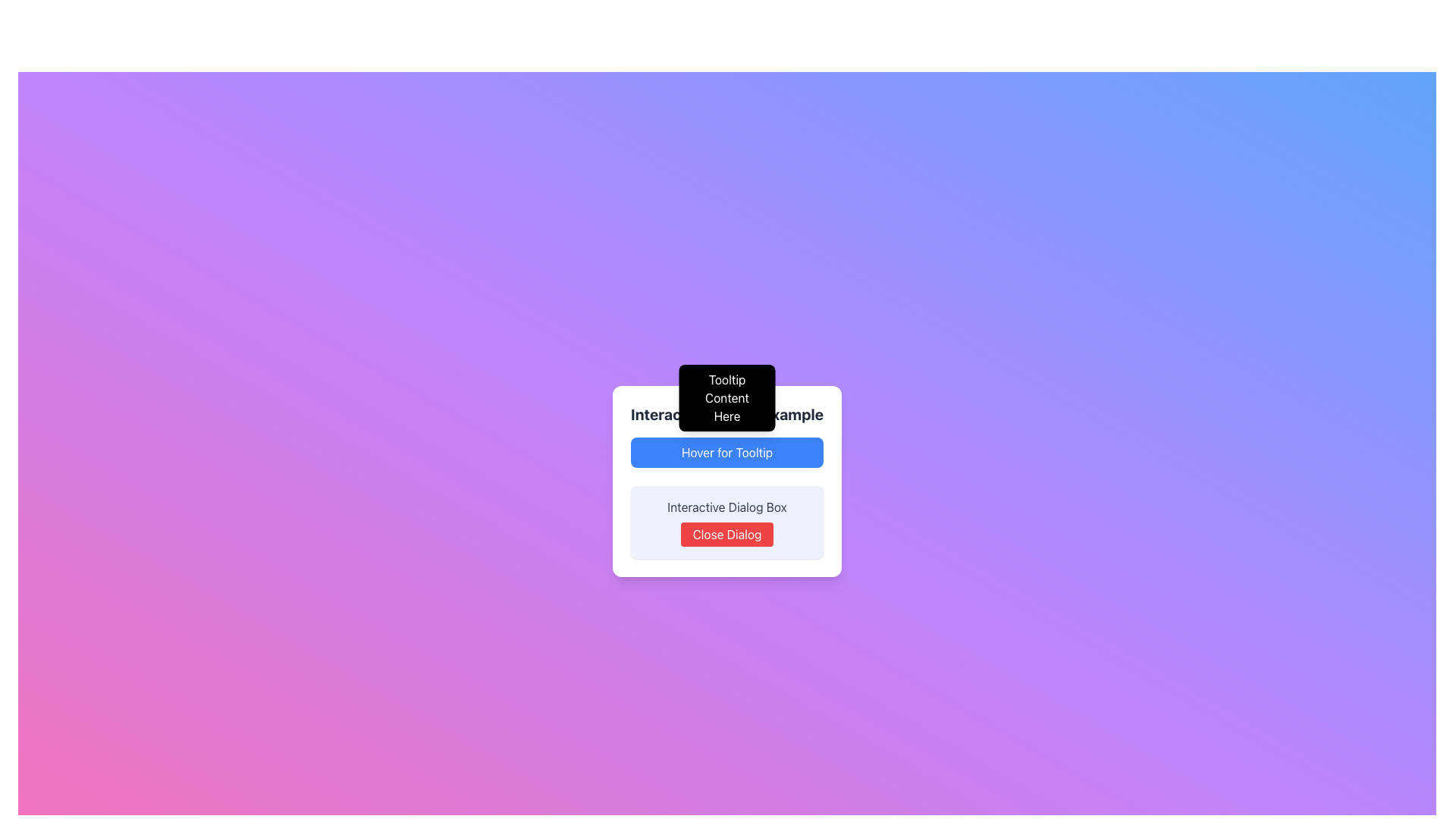  I want to click on the button with a blue background and white text labeled 'Hover for Tooltip', located within a white rounded rectangle card, positioned below the text 'Interactive Tooltip Example', so click(726, 452).